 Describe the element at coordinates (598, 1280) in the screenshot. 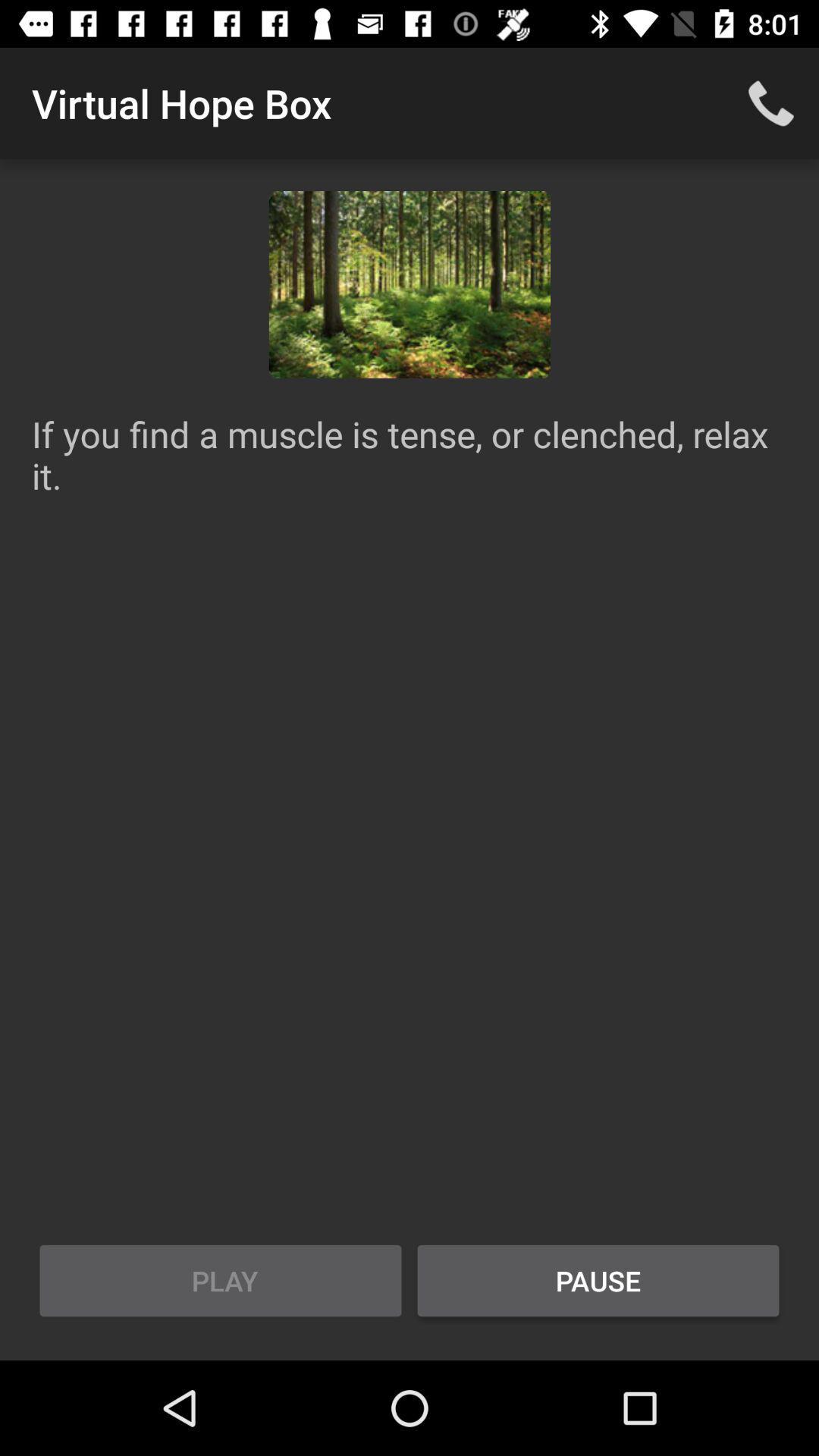

I see `the icon at the bottom right corner` at that location.